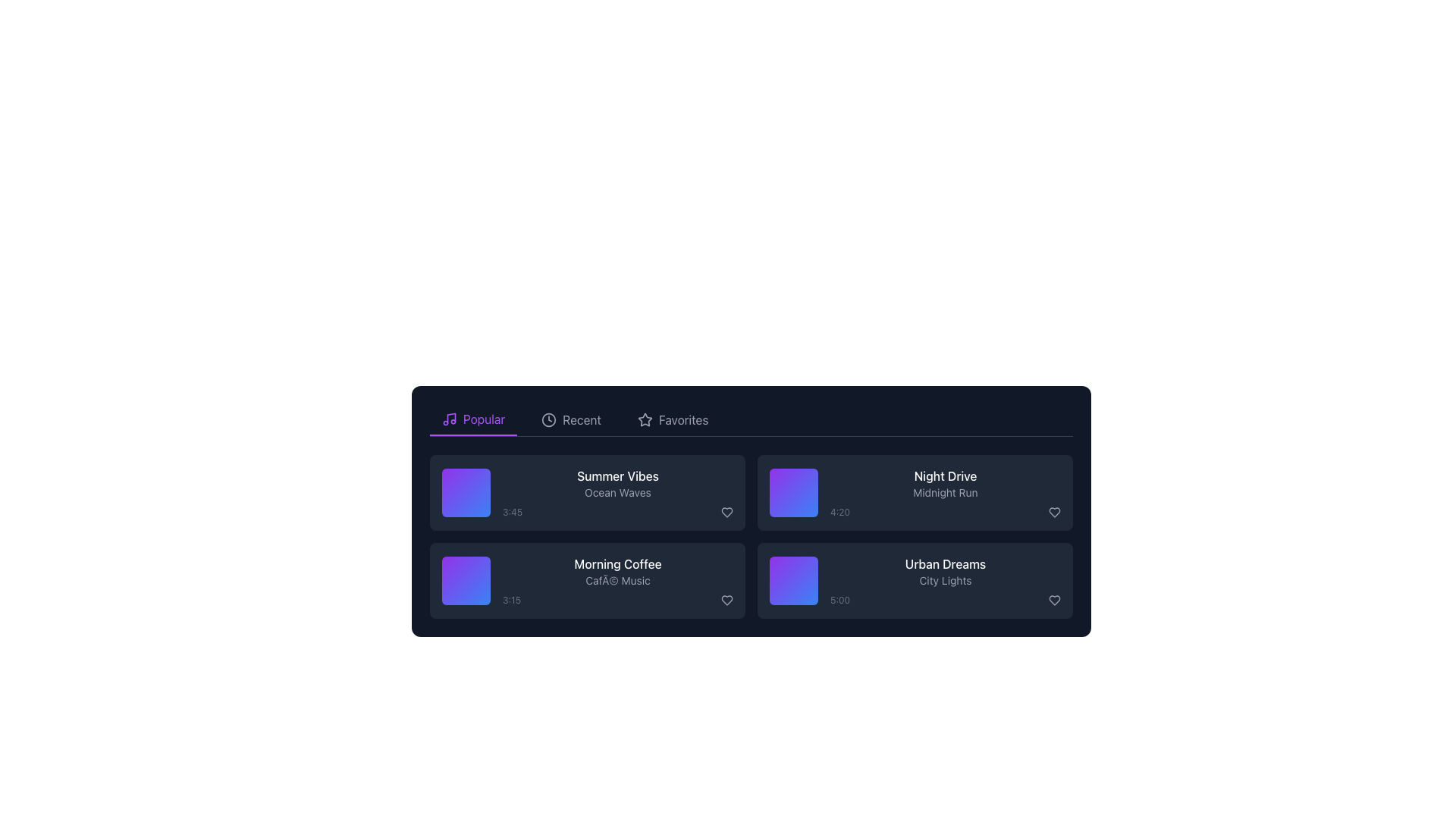  Describe the element at coordinates (839, 599) in the screenshot. I see `label displaying '5:00' located at the bottom-right of the 'Urban Dreams' card` at that location.